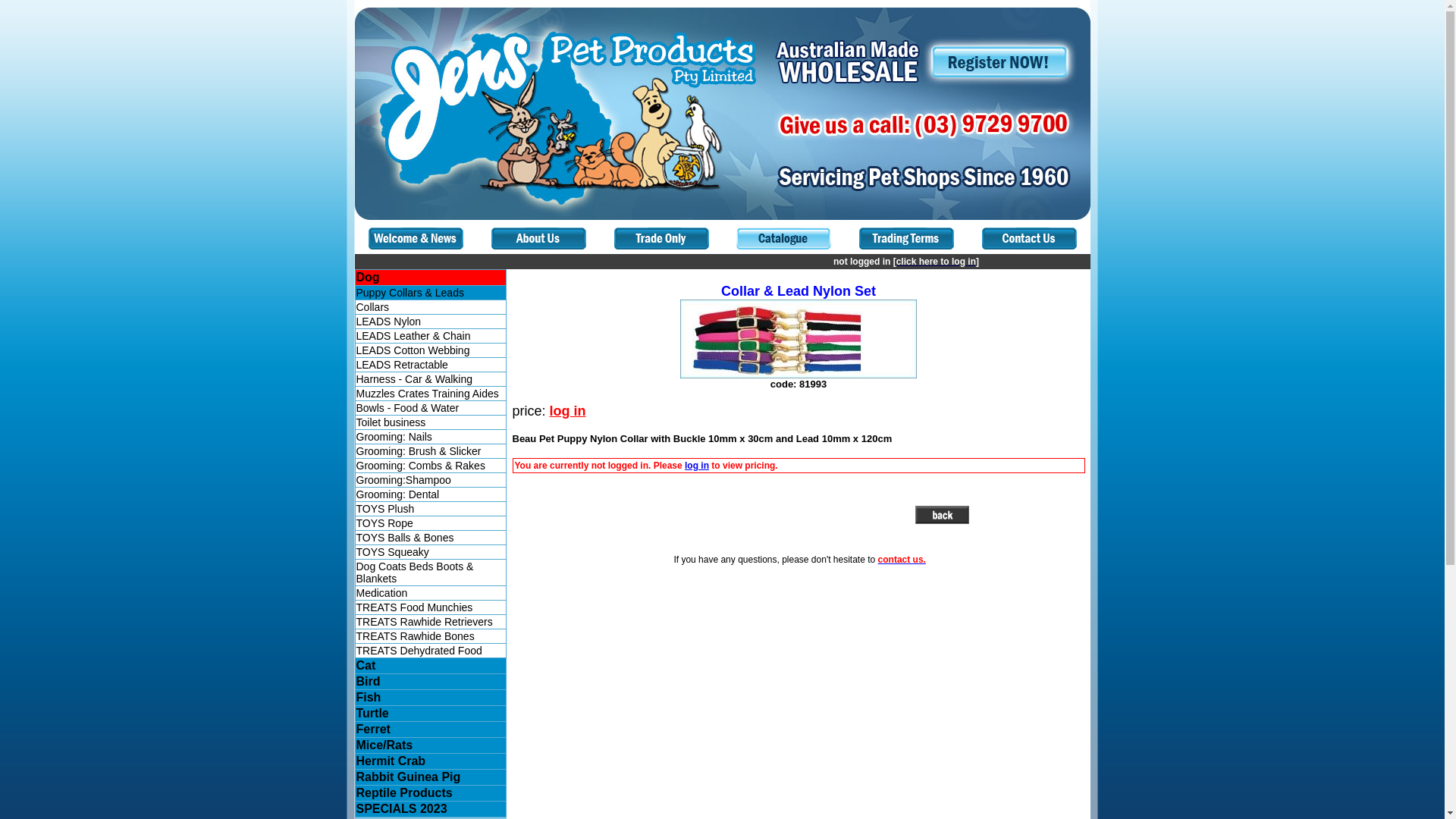 The height and width of the screenshot is (819, 1456). What do you see at coordinates (421, 464) in the screenshot?
I see `'Grooming: Combs & Rakes'` at bounding box center [421, 464].